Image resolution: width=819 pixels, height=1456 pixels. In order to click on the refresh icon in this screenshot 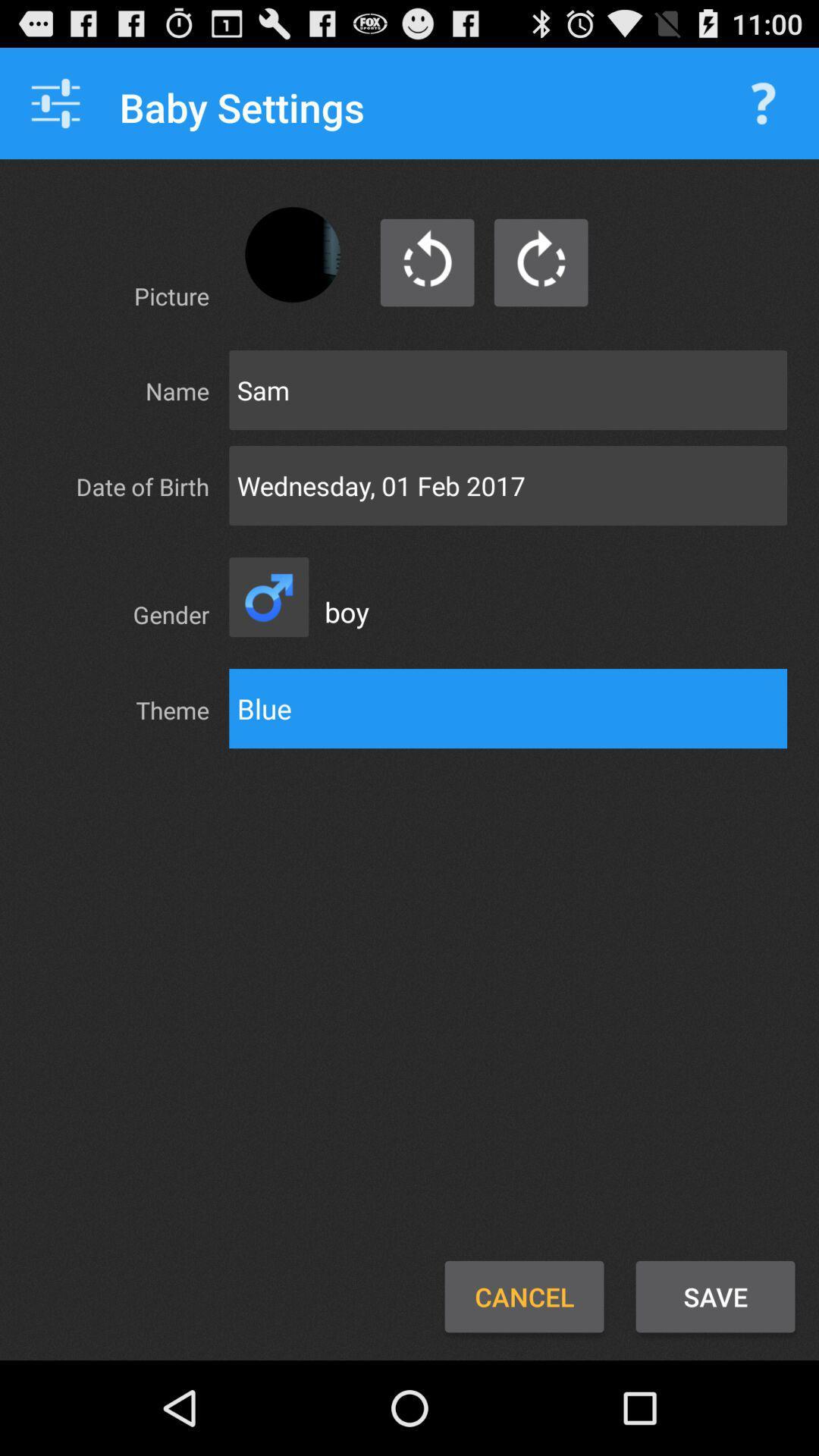, I will do `click(427, 281)`.